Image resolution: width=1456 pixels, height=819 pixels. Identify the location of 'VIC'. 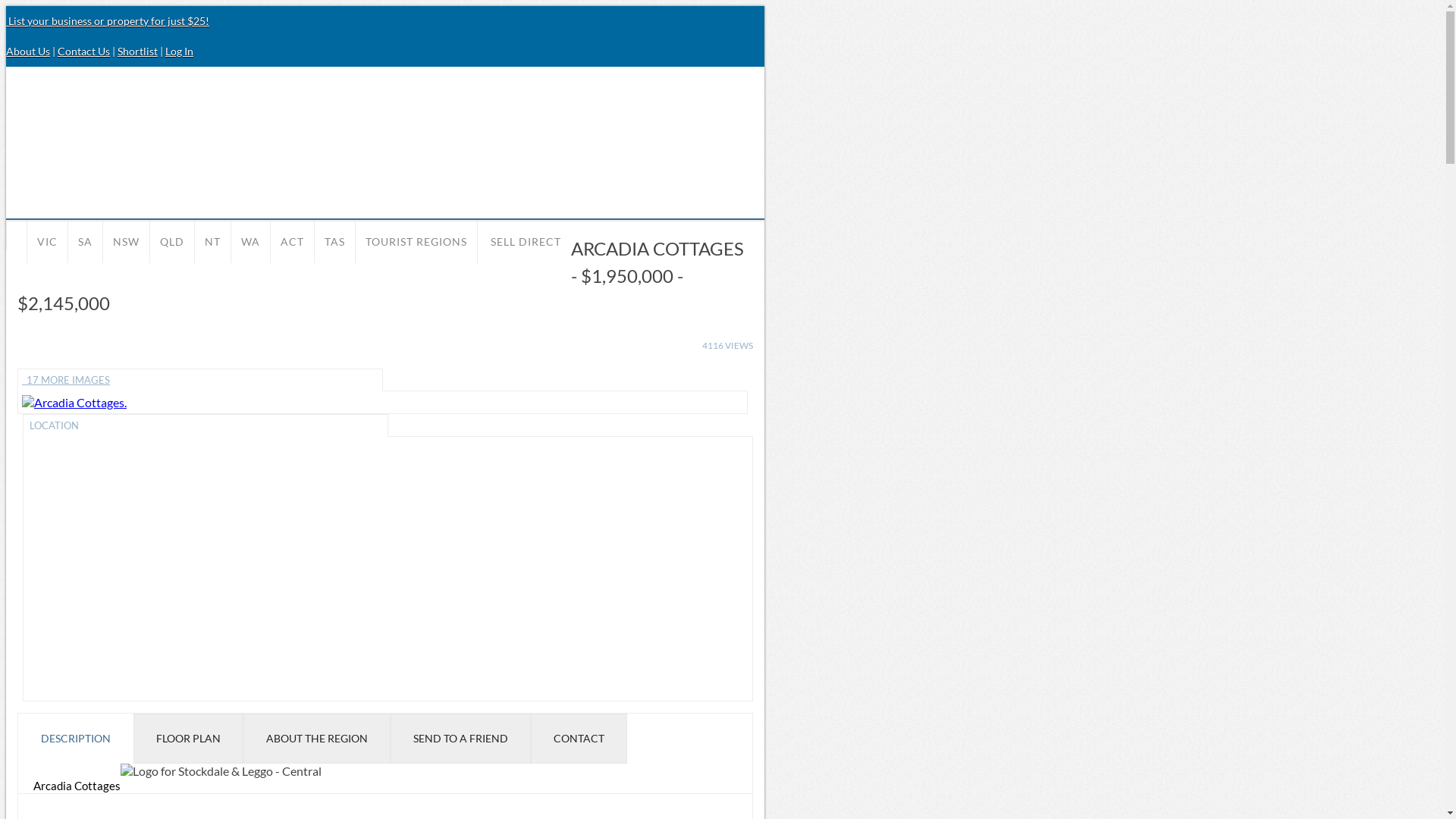
(47, 240).